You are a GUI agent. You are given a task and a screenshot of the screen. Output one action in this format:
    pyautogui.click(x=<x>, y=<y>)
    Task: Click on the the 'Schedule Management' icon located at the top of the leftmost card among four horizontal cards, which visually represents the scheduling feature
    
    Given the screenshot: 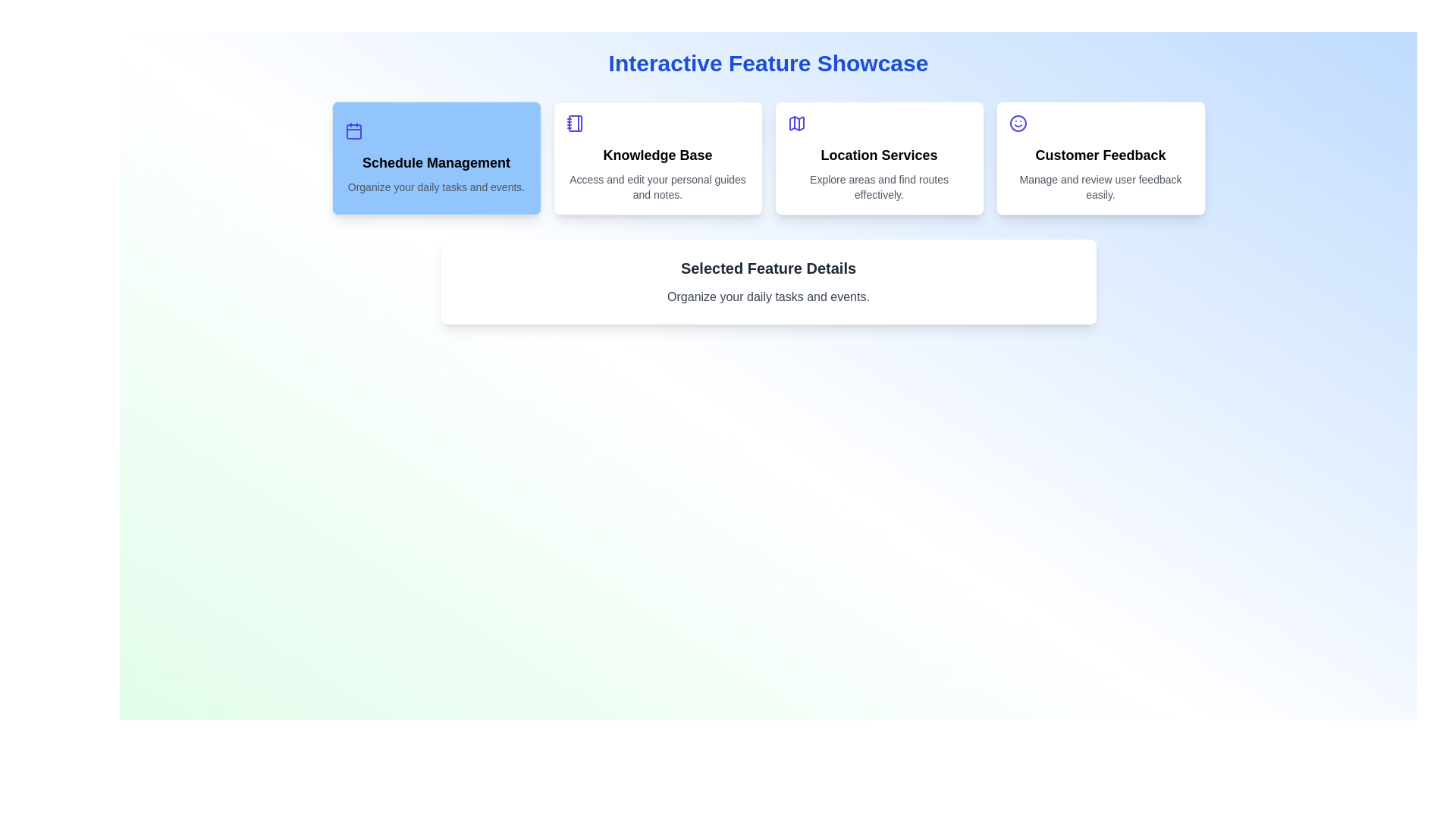 What is the action you would take?
    pyautogui.click(x=353, y=130)
    